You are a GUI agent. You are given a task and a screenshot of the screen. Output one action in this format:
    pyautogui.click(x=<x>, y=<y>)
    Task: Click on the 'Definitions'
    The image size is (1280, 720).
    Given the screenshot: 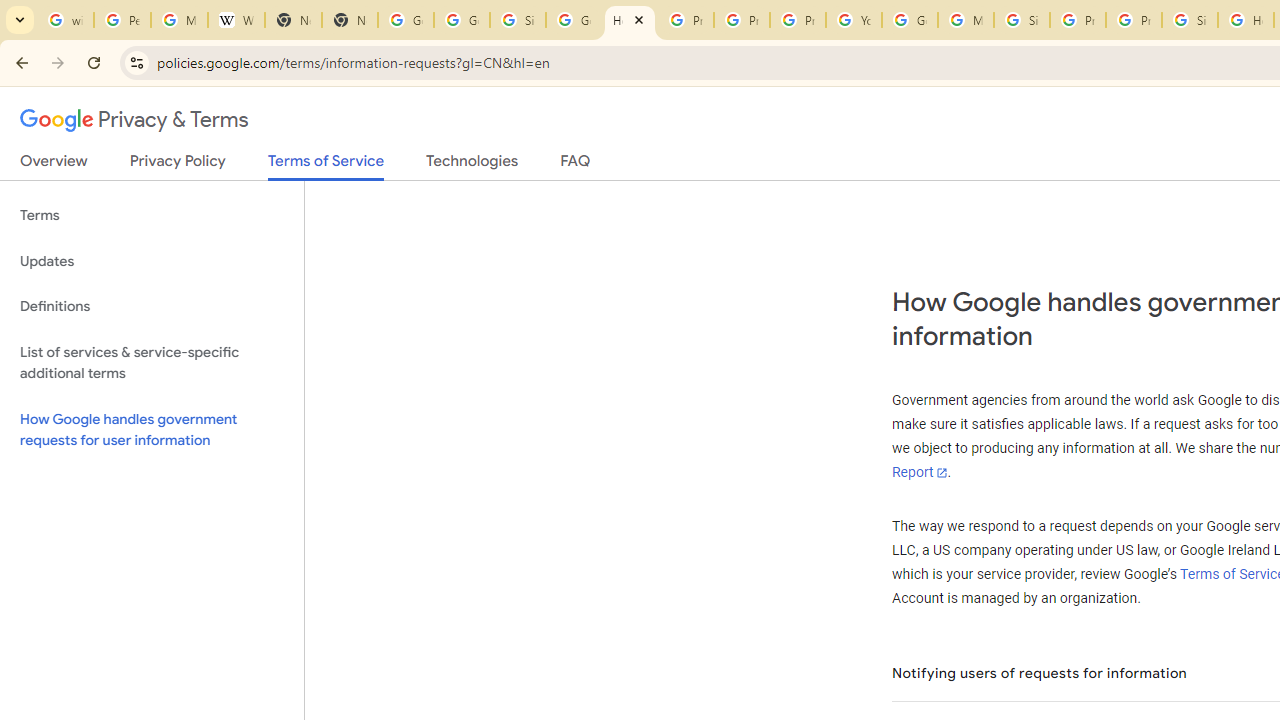 What is the action you would take?
    pyautogui.click(x=151, y=306)
    